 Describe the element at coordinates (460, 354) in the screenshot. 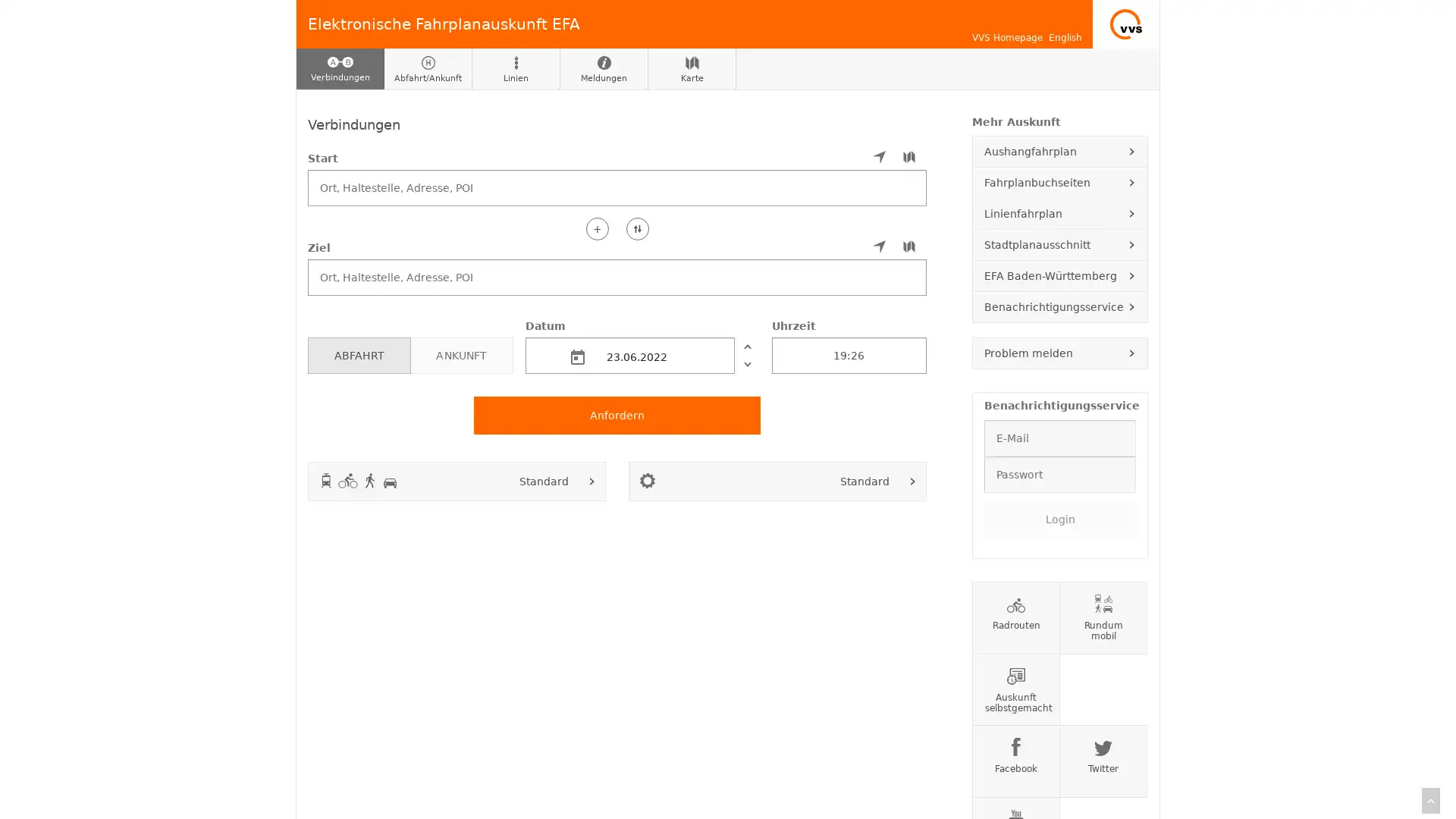

I see `ANKUNFT` at that location.